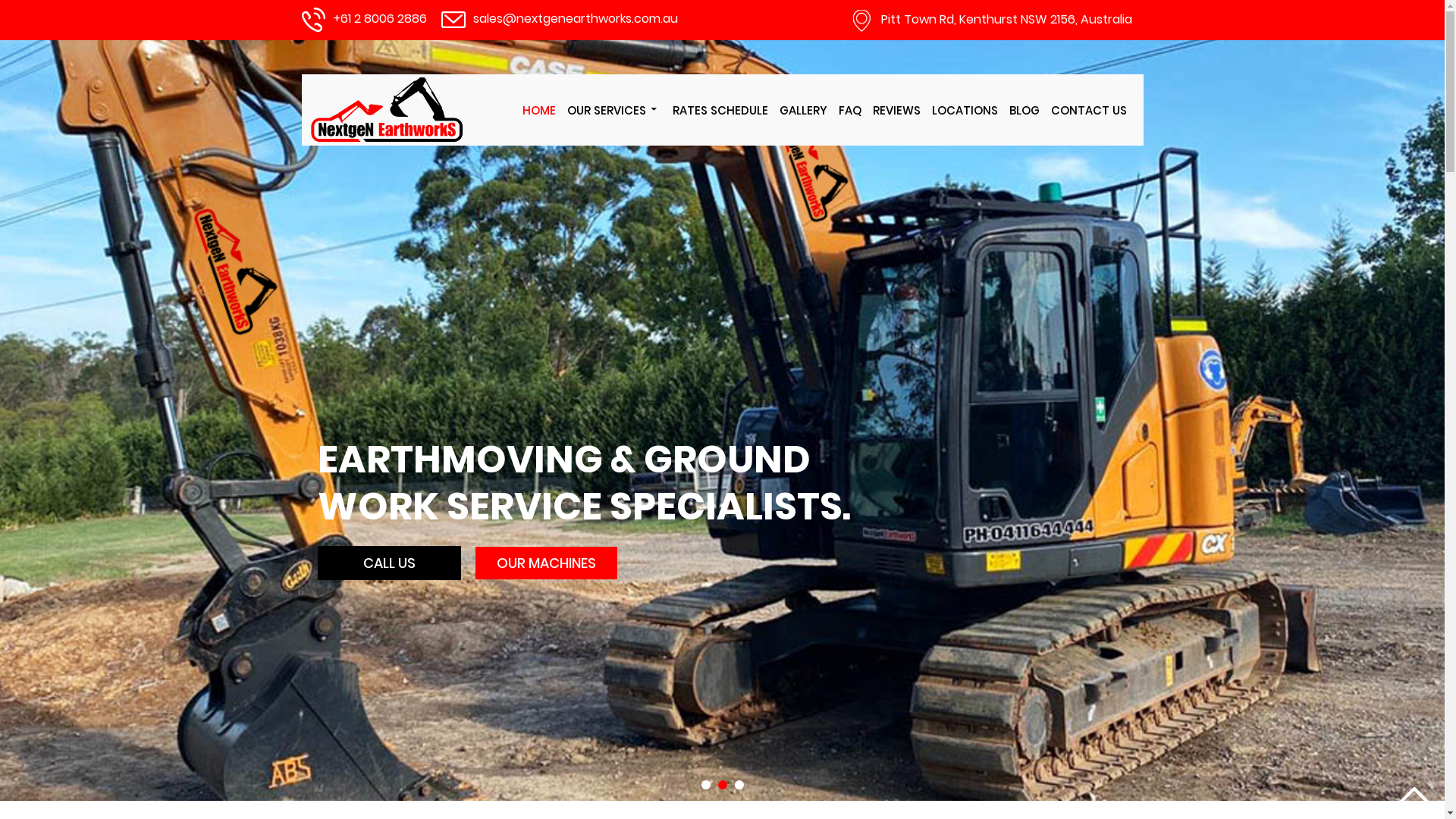 This screenshot has height=819, width=1456. Describe the element at coordinates (526, 74) in the screenshot. I see `'SKIP TO CONTENT'` at that location.